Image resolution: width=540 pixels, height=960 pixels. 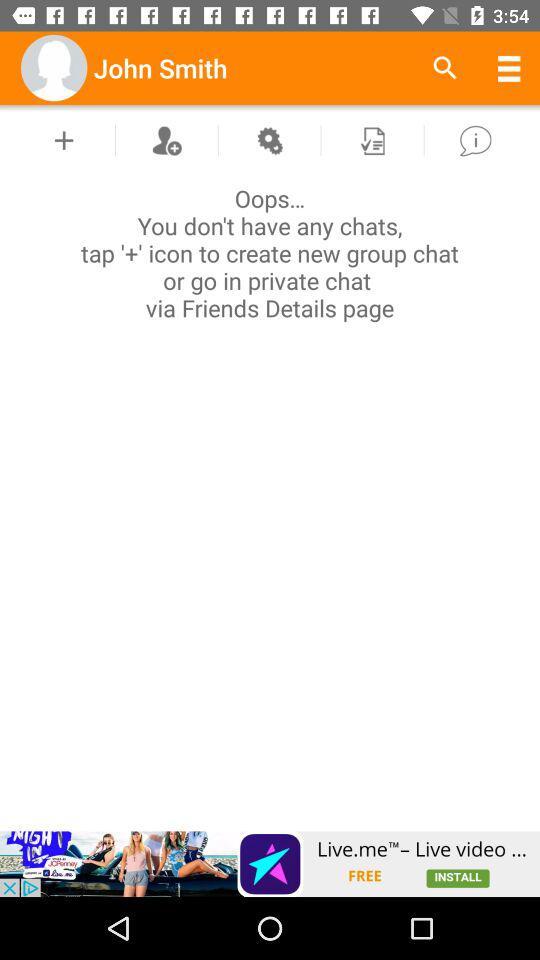 What do you see at coordinates (372, 139) in the screenshot?
I see `the description icon` at bounding box center [372, 139].